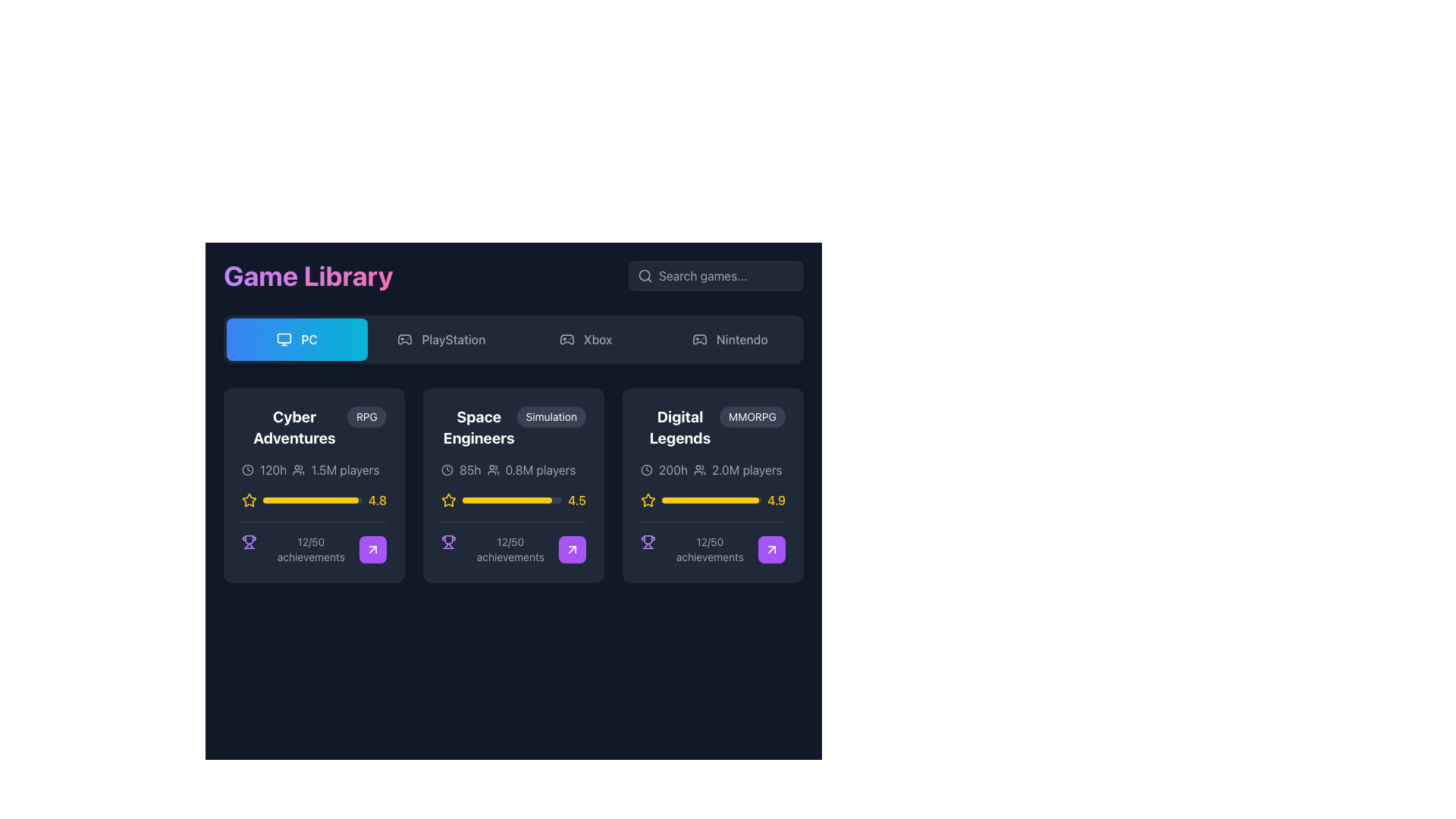  I want to click on the decorative icon indicating ranking or achievement associated with the 'Space Engineers' card, located at the bottom section adjacent to achievement text, so click(249, 539).